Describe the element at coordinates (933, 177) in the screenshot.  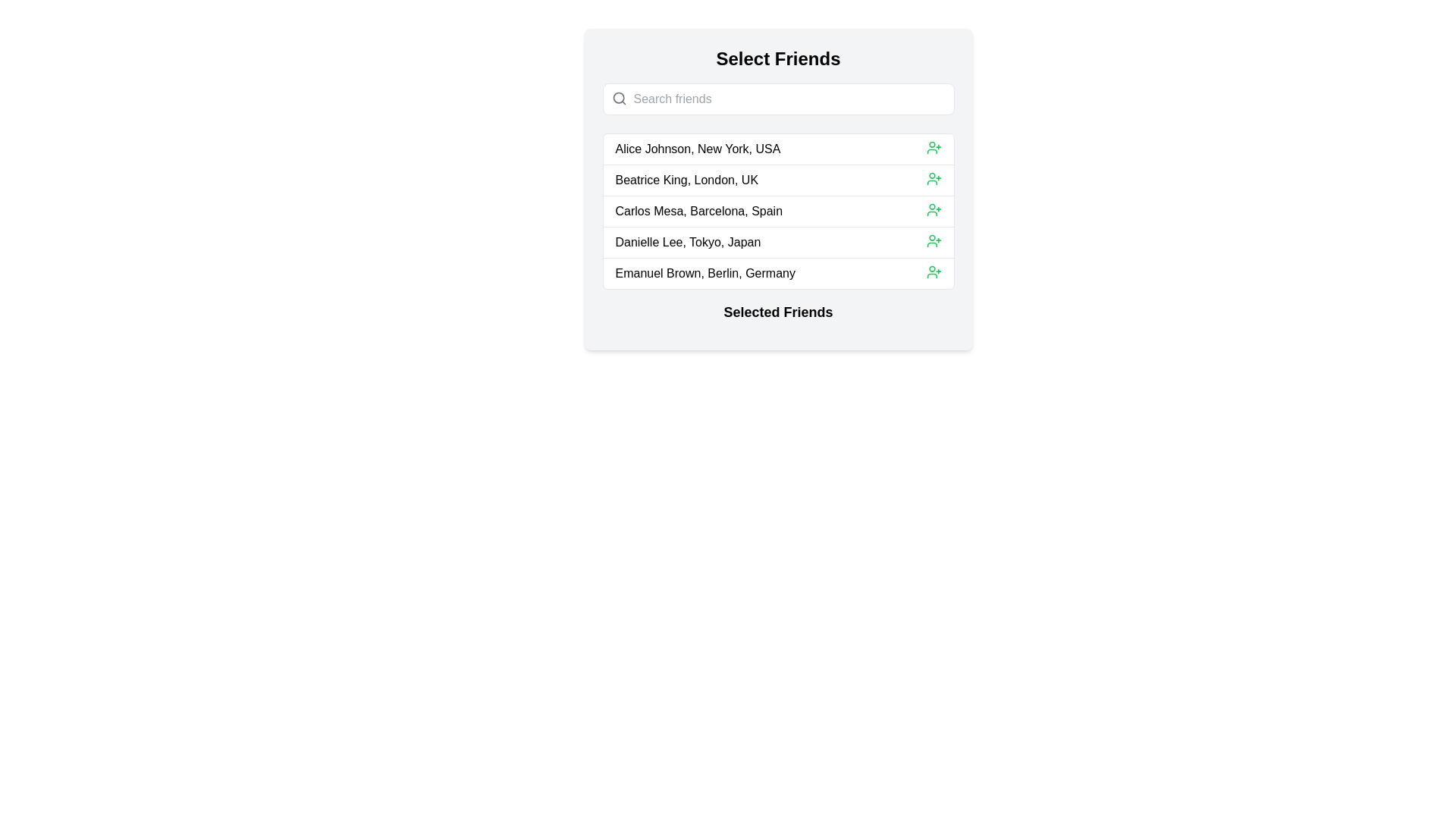
I see `the green user icon with a plus sign, located to the far right of 'Beatrice King, London, UK'` at that location.